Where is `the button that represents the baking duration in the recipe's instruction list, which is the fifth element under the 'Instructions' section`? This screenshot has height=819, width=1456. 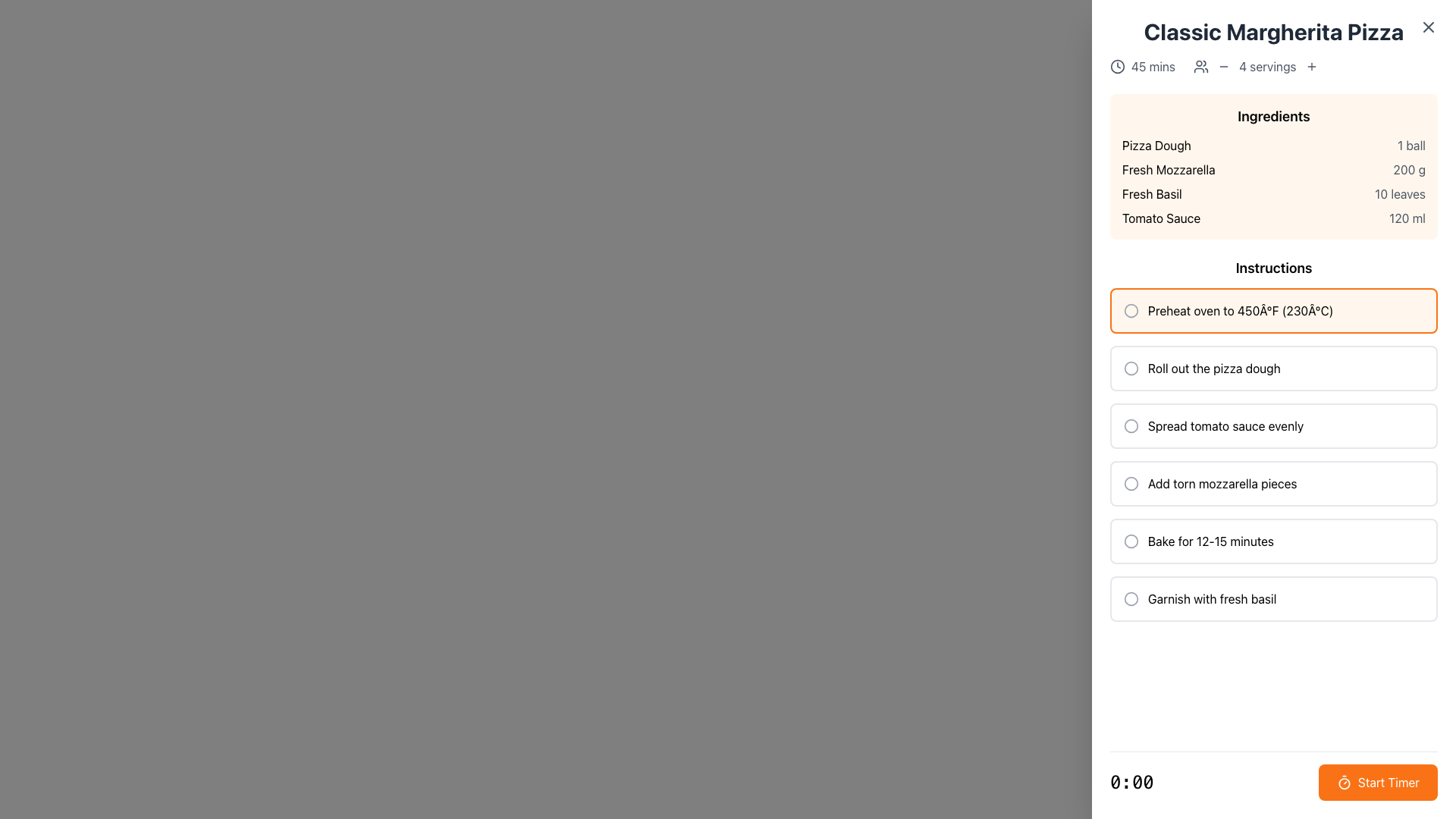 the button that represents the baking duration in the recipe's instruction list, which is the fifth element under the 'Instructions' section is located at coordinates (1274, 540).